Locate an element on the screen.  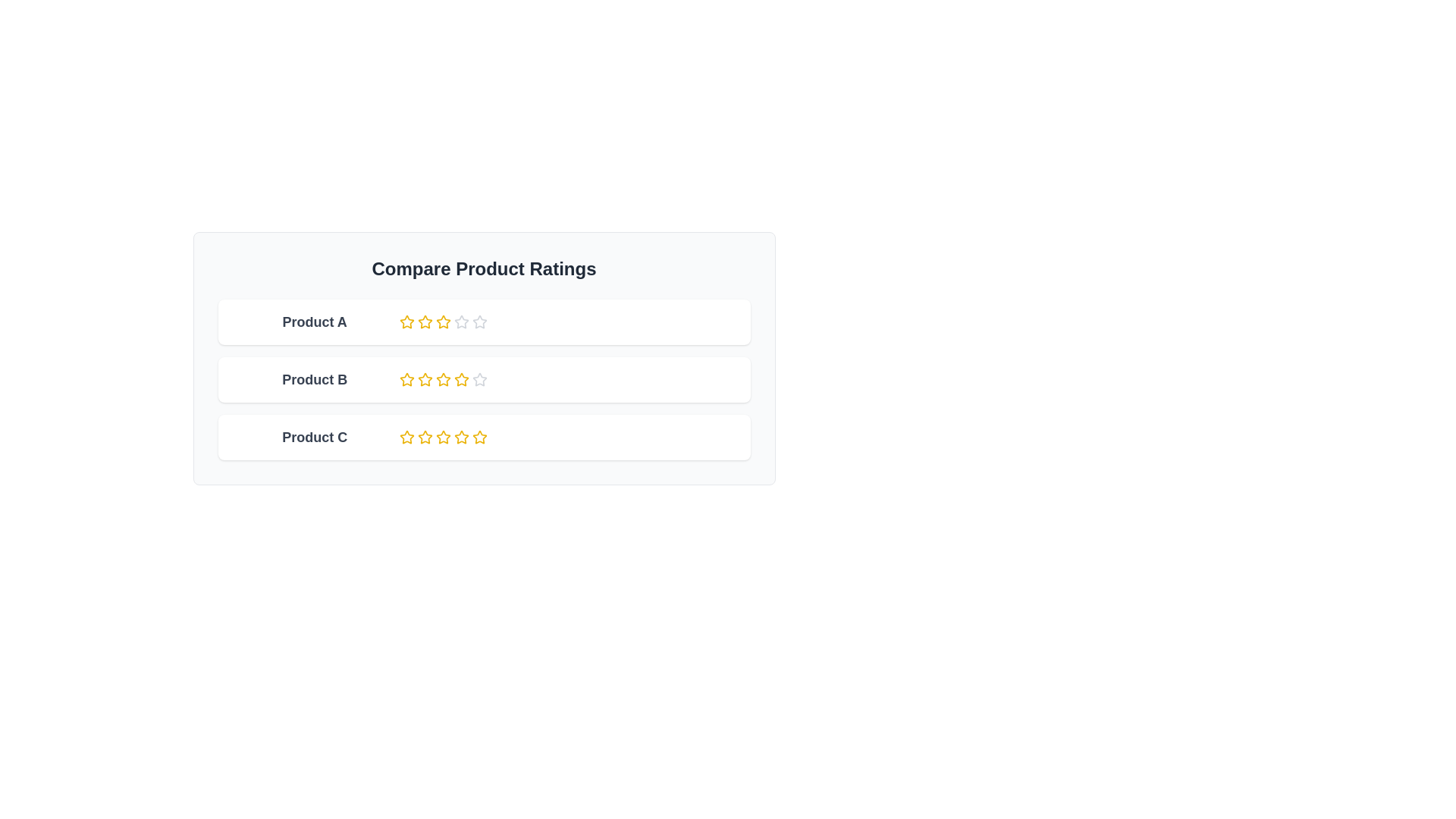
the third star in the 5-star rating system for 'Product B' is located at coordinates (460, 378).